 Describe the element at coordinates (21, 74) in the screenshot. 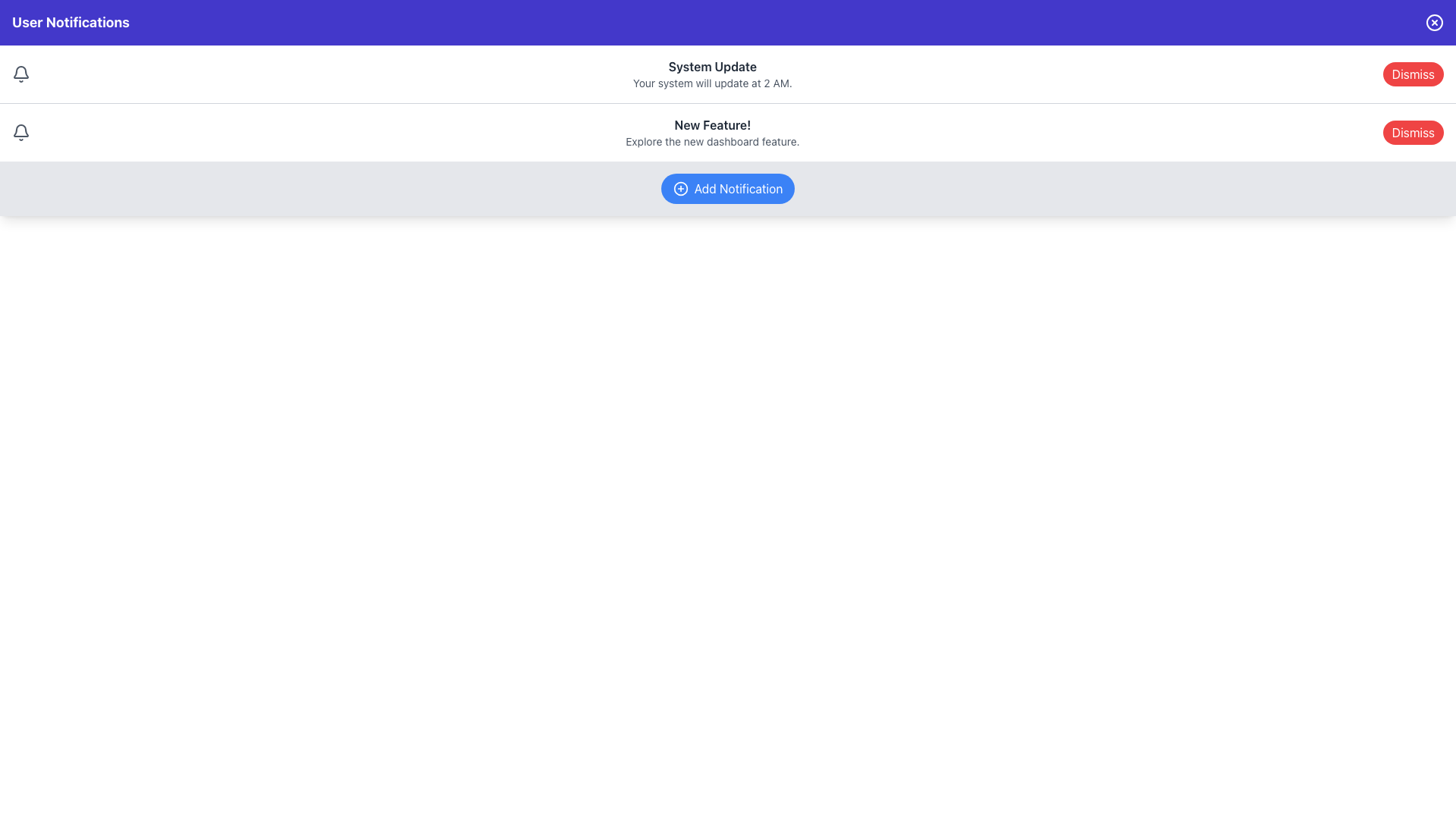

I see `the bell icon indicating notifications, which is positioned at the far left of the notification card containing the text 'System Update'` at that location.